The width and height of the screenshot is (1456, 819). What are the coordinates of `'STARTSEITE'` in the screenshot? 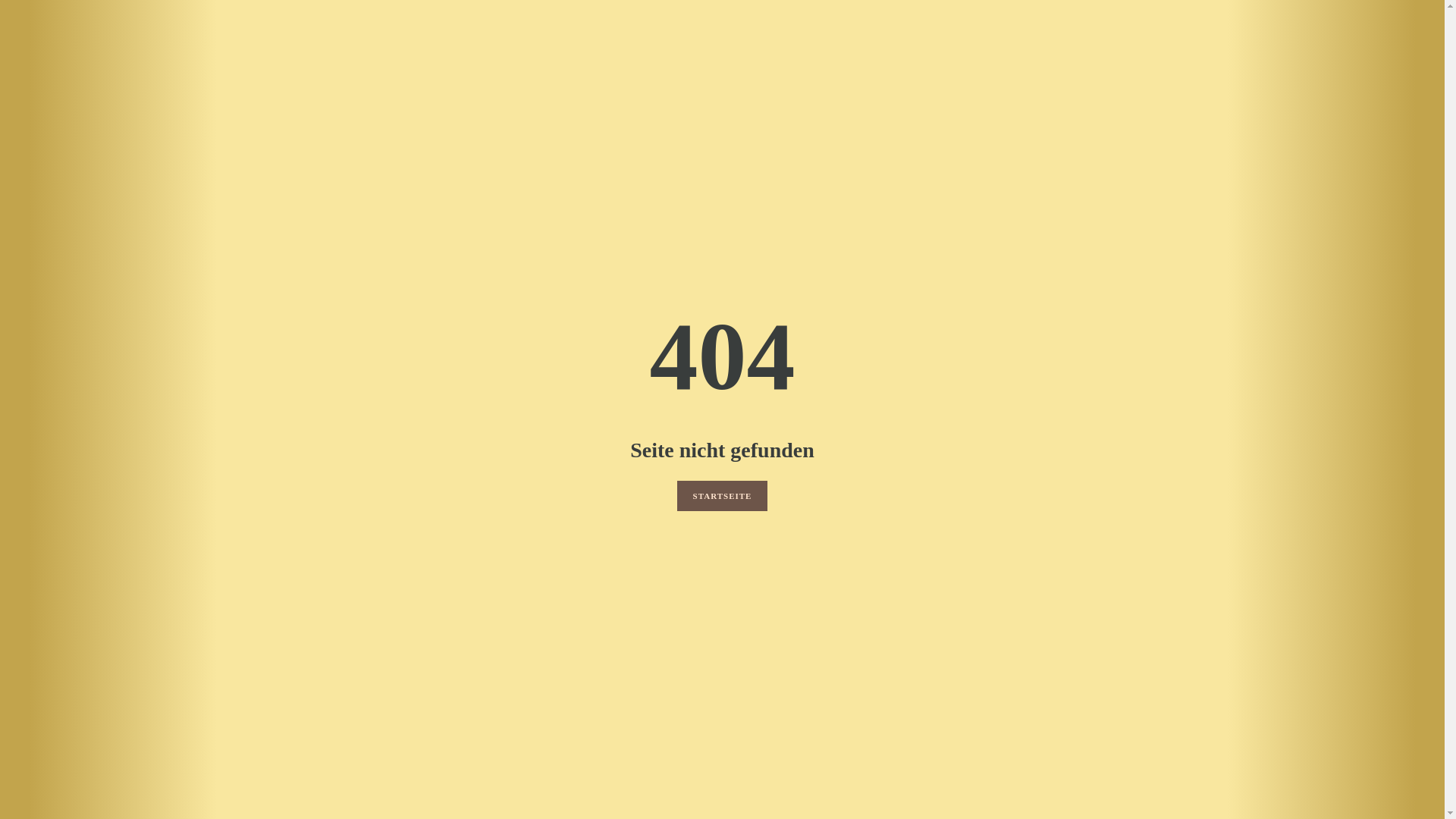 It's located at (676, 496).